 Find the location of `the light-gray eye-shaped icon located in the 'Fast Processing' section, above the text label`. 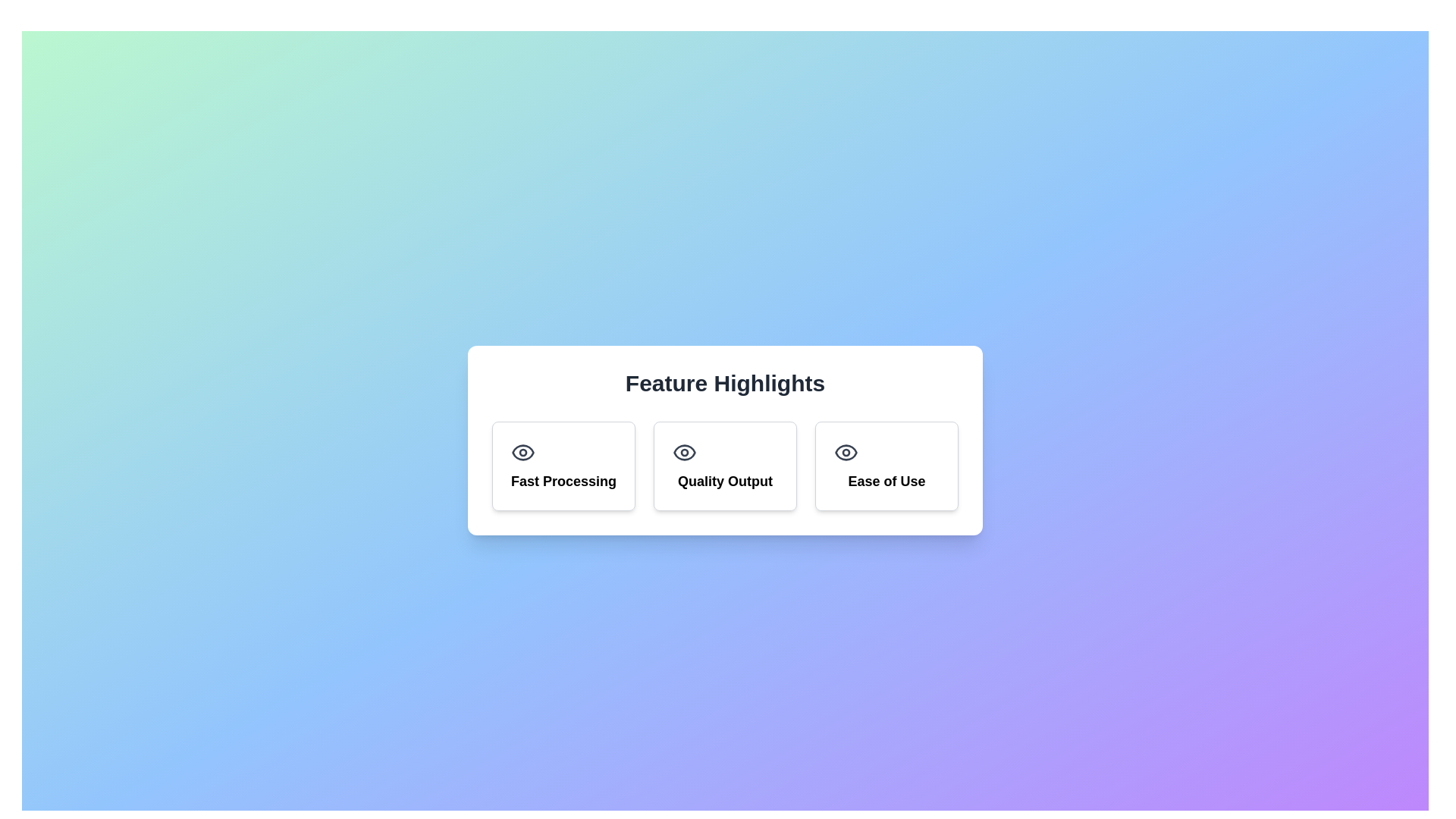

the light-gray eye-shaped icon located in the 'Fast Processing' section, above the text label is located at coordinates (522, 452).